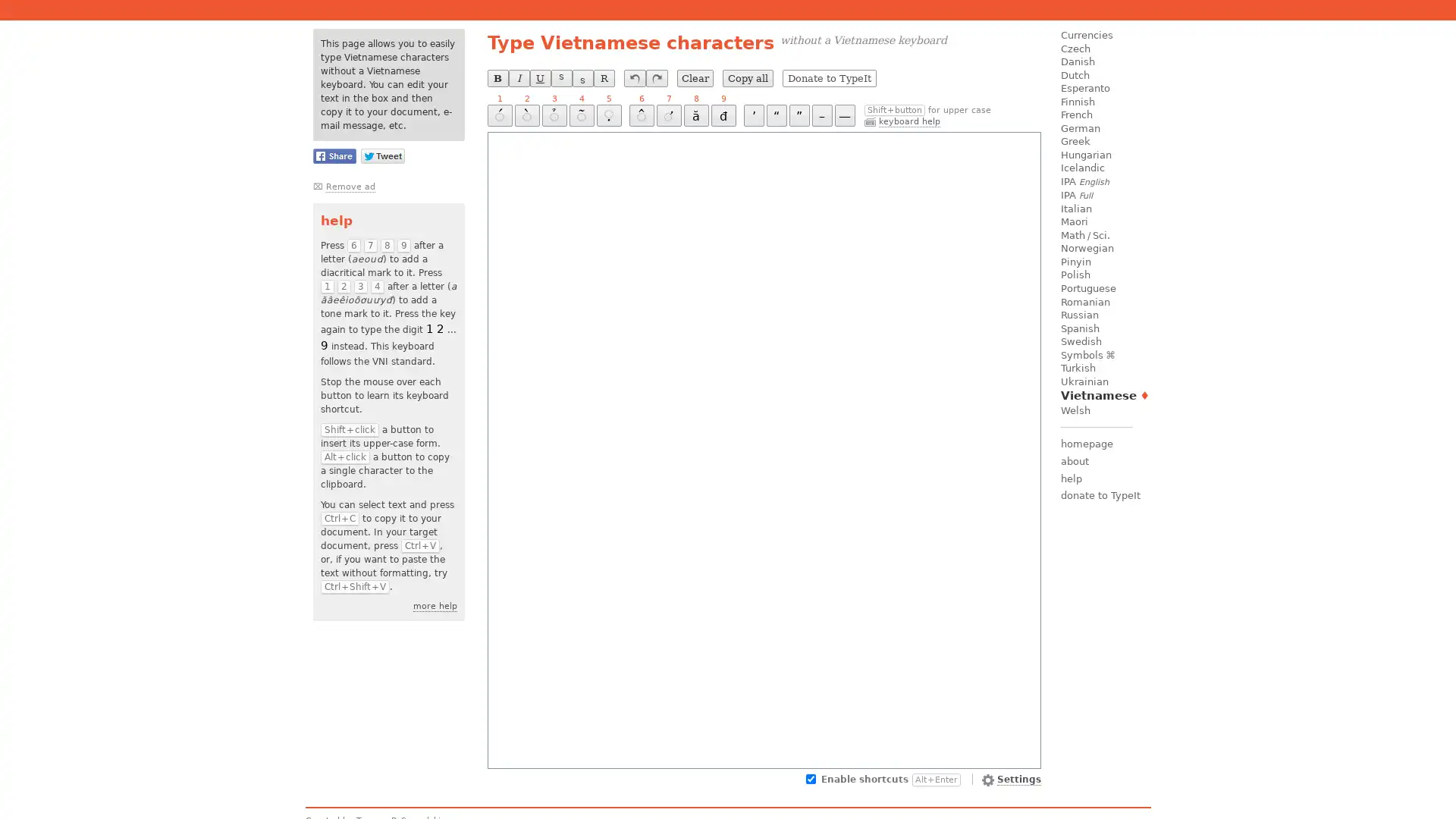  Describe the element at coordinates (608, 115) in the screenshot. I see `5` at that location.